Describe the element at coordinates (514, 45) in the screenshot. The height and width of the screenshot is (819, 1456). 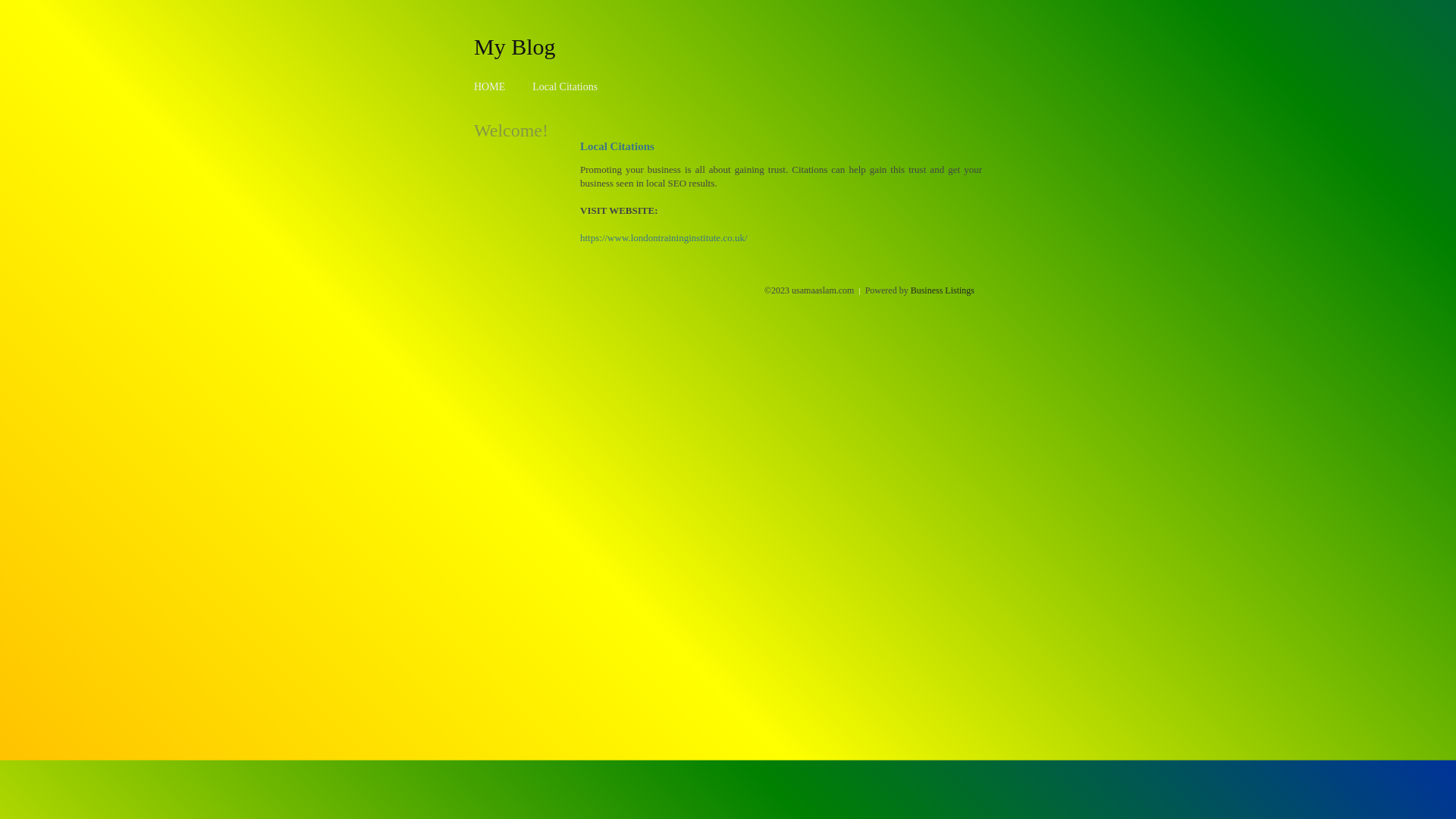
I see `'My Blog'` at that location.